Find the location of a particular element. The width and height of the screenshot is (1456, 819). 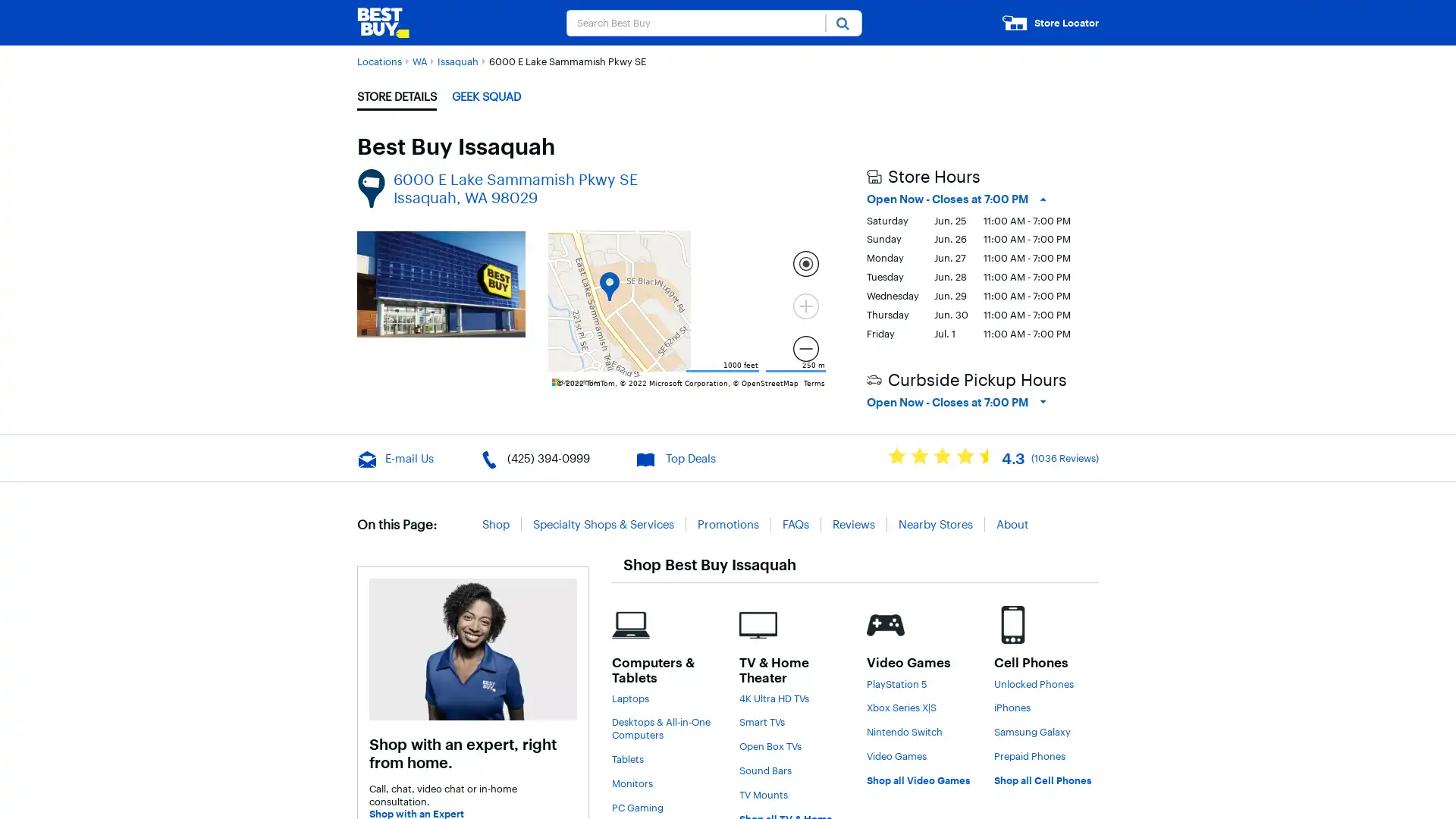

Current Level 15, Zoom Out is located at coordinates (805, 348).